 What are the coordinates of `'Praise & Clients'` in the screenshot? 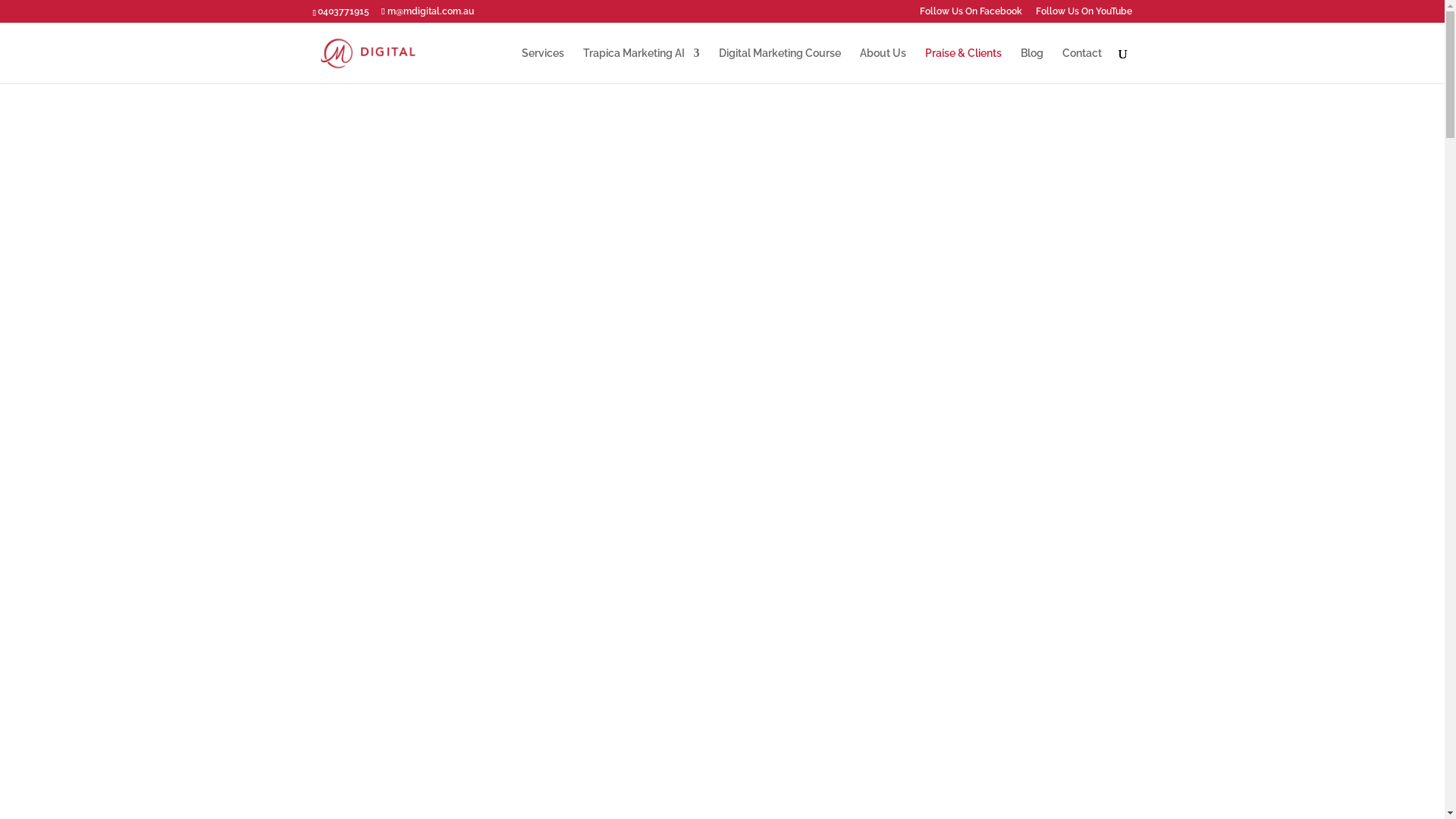 It's located at (962, 64).